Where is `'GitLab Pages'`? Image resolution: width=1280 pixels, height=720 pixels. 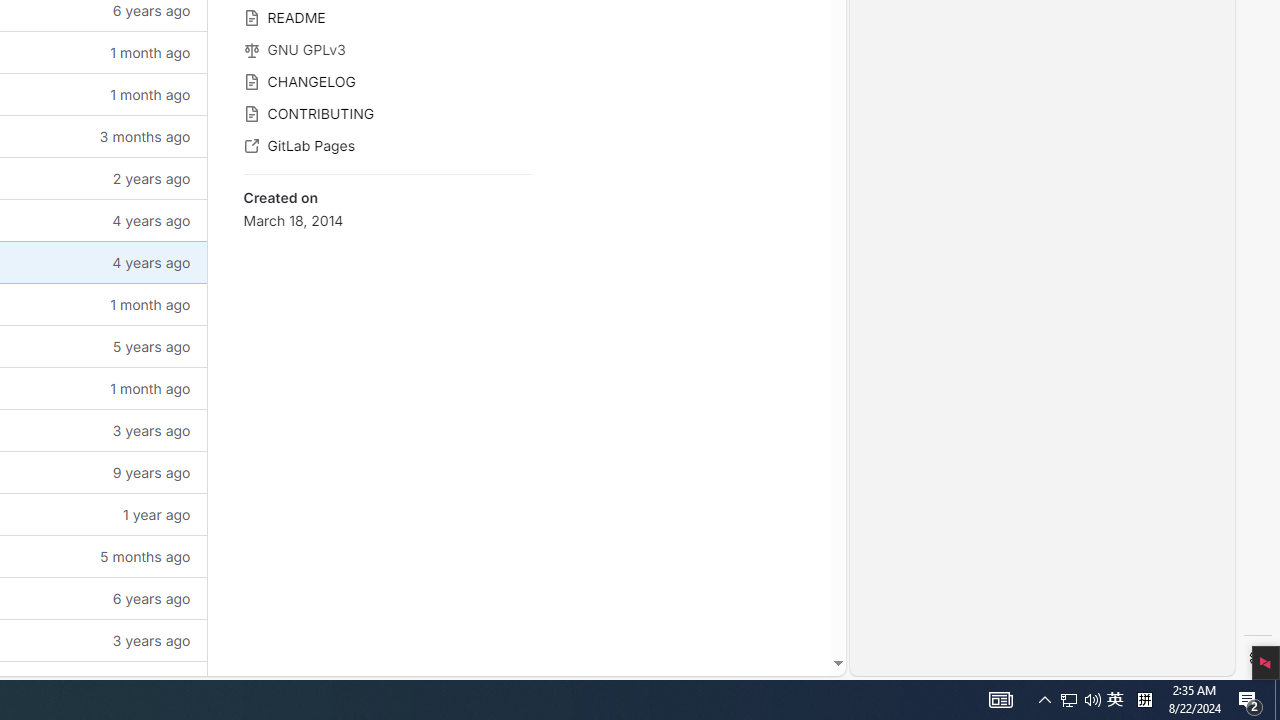
'GitLab Pages' is located at coordinates (387, 143).